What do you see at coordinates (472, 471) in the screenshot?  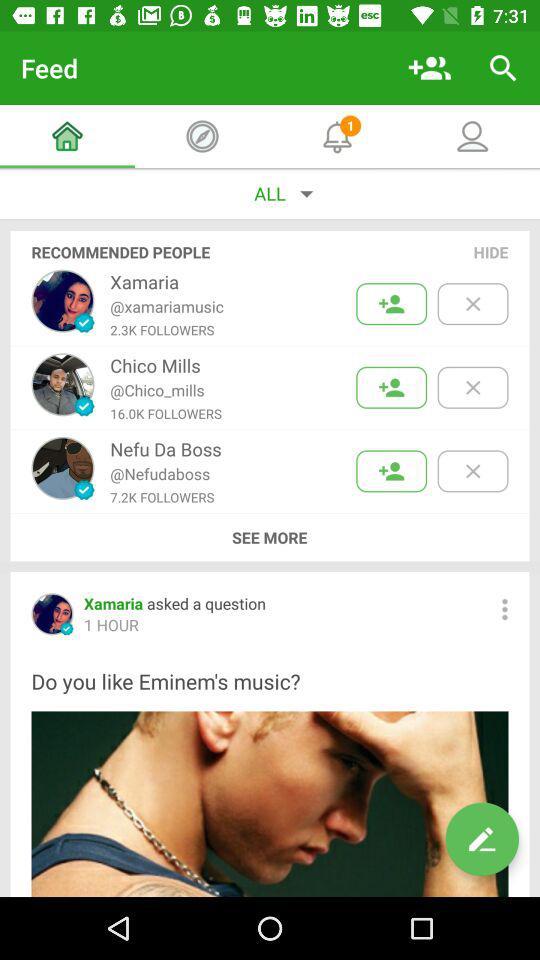 I see `because back devicer` at bounding box center [472, 471].